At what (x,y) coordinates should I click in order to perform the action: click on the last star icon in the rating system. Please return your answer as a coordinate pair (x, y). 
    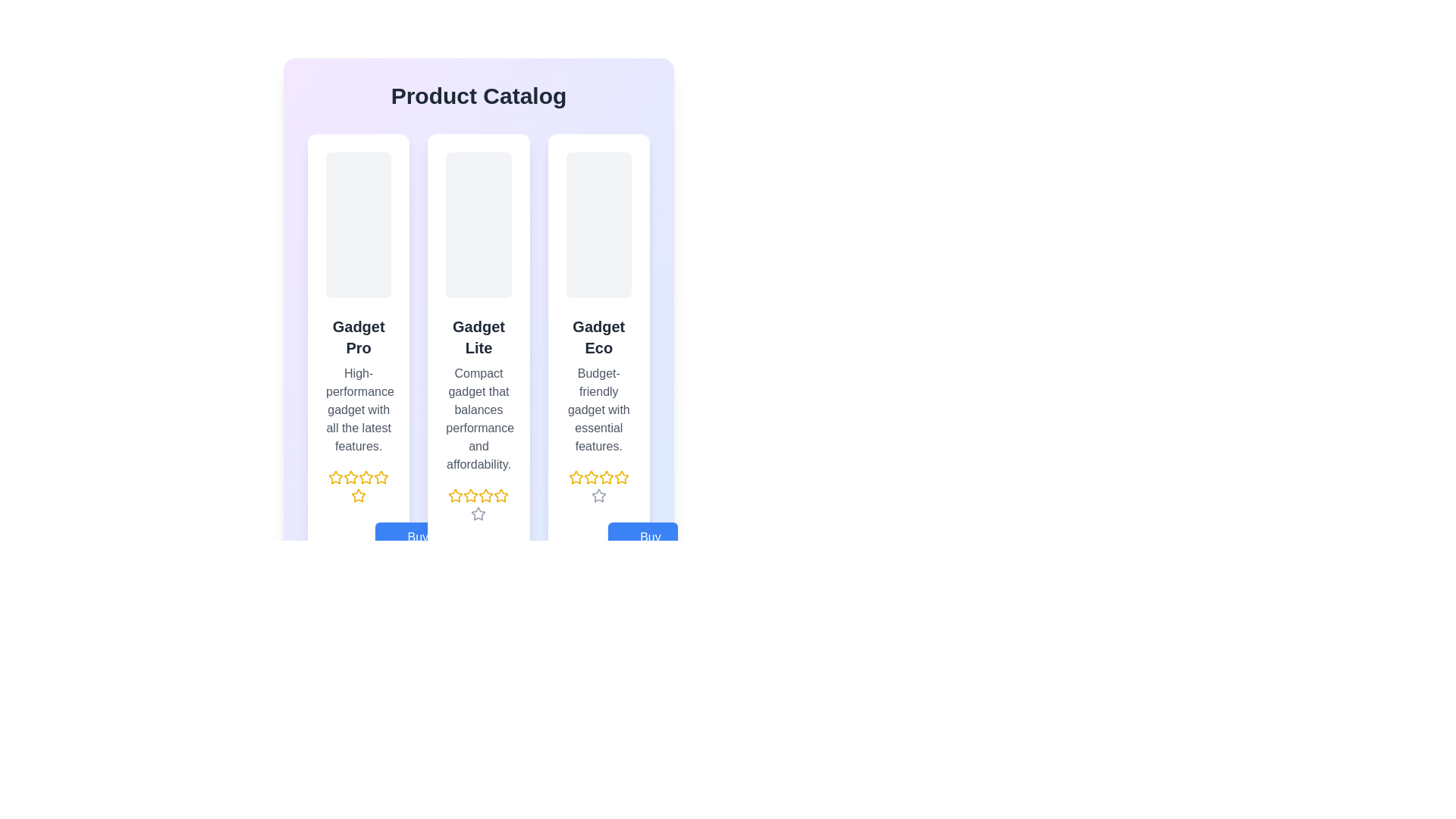
    Looking at the image, I should click on (478, 513).